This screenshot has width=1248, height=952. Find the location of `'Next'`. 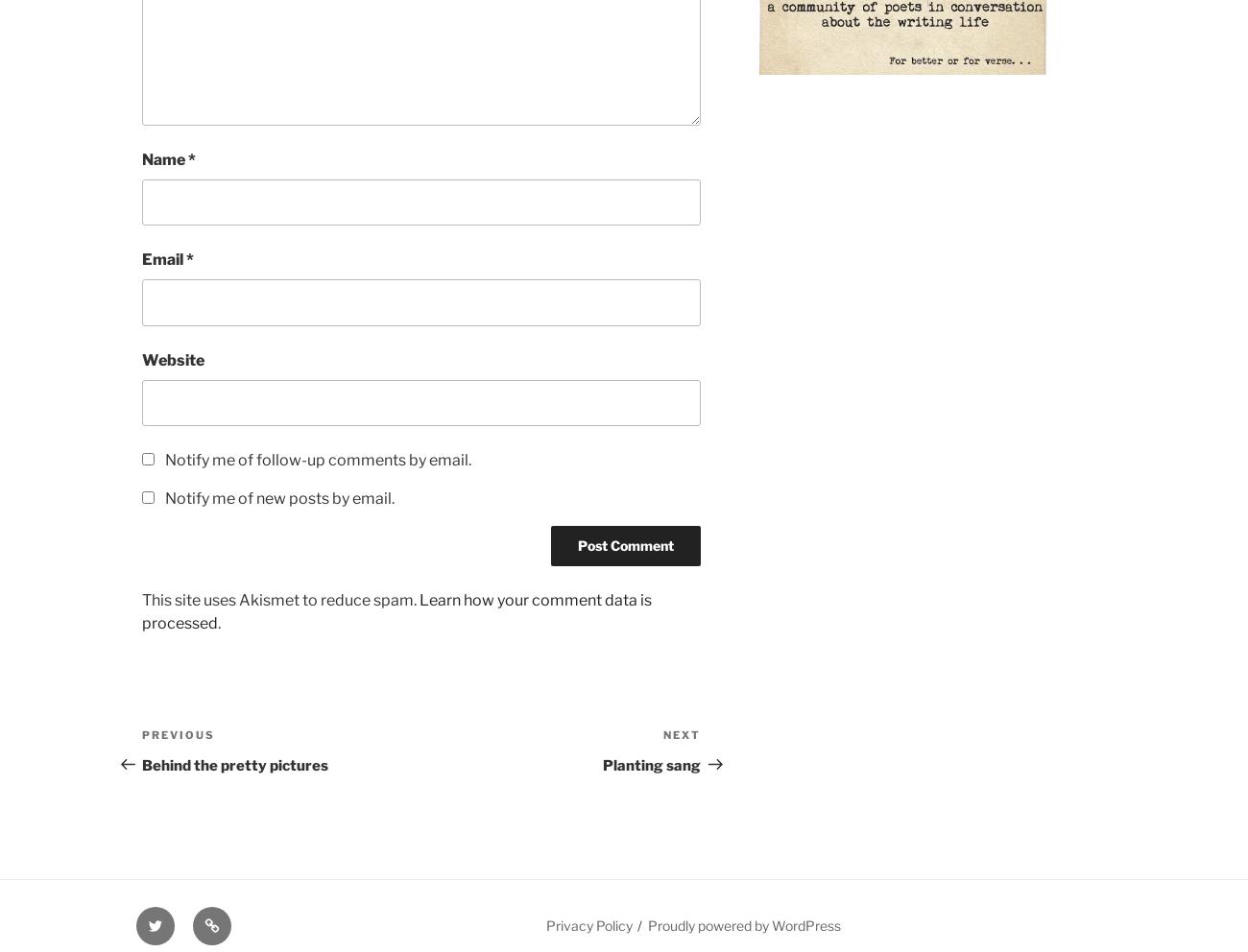

'Next' is located at coordinates (661, 734).